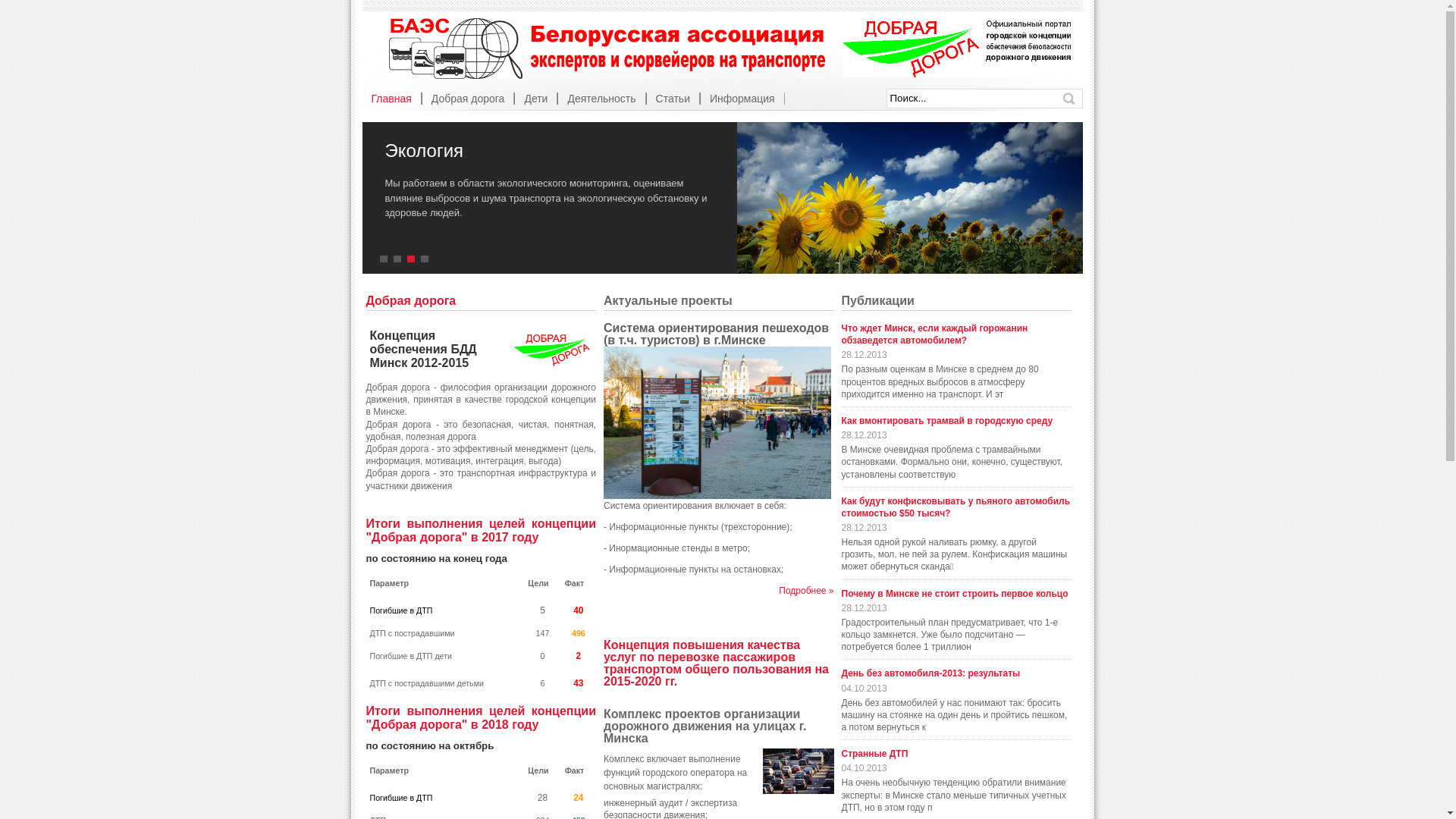  Describe the element at coordinates (378, 259) in the screenshot. I see `'1'` at that location.